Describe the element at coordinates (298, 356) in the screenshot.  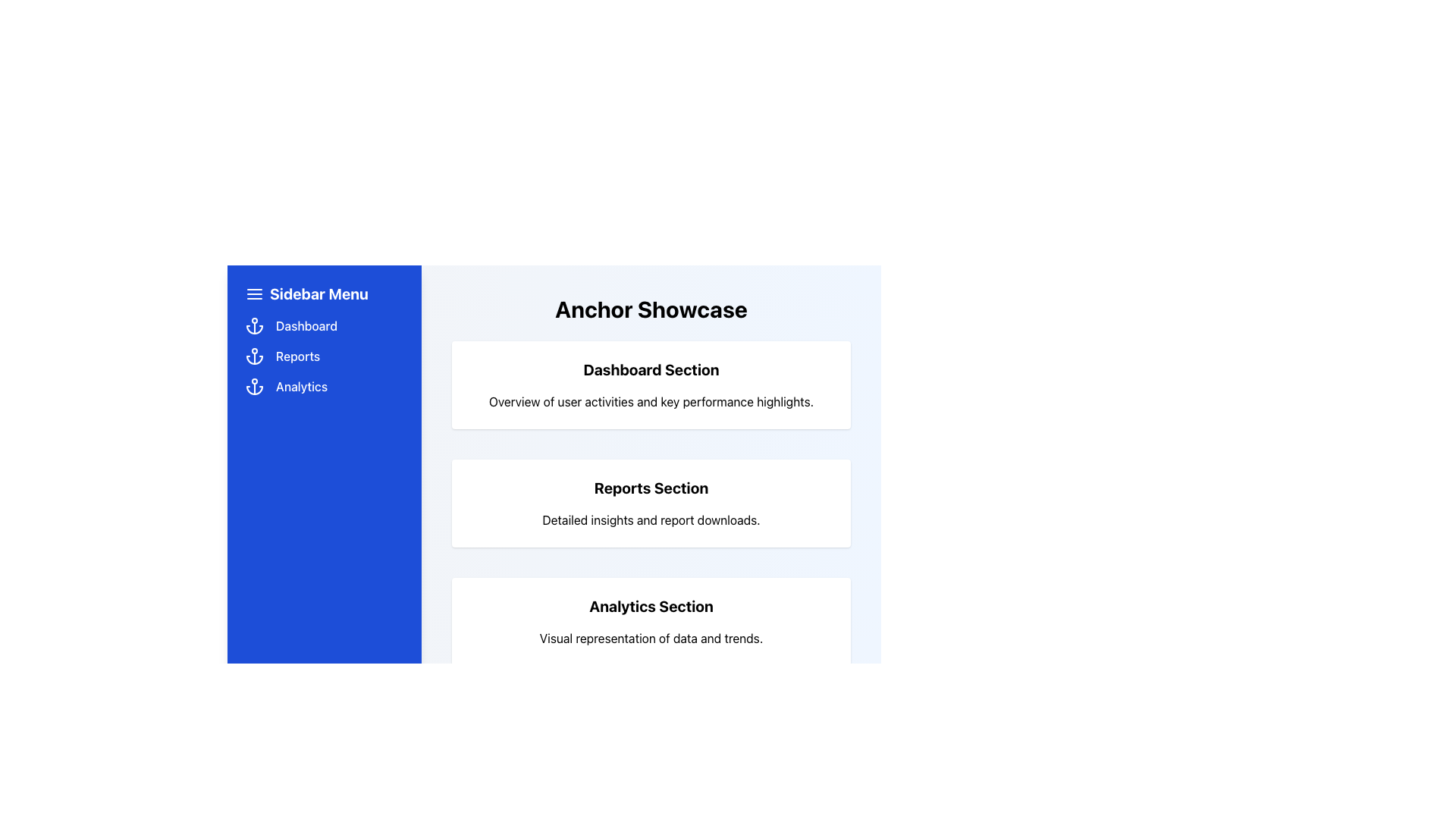
I see `the 'Reports' hyperlink located in the sidebar, which is the second item in the vertical list of links` at that location.